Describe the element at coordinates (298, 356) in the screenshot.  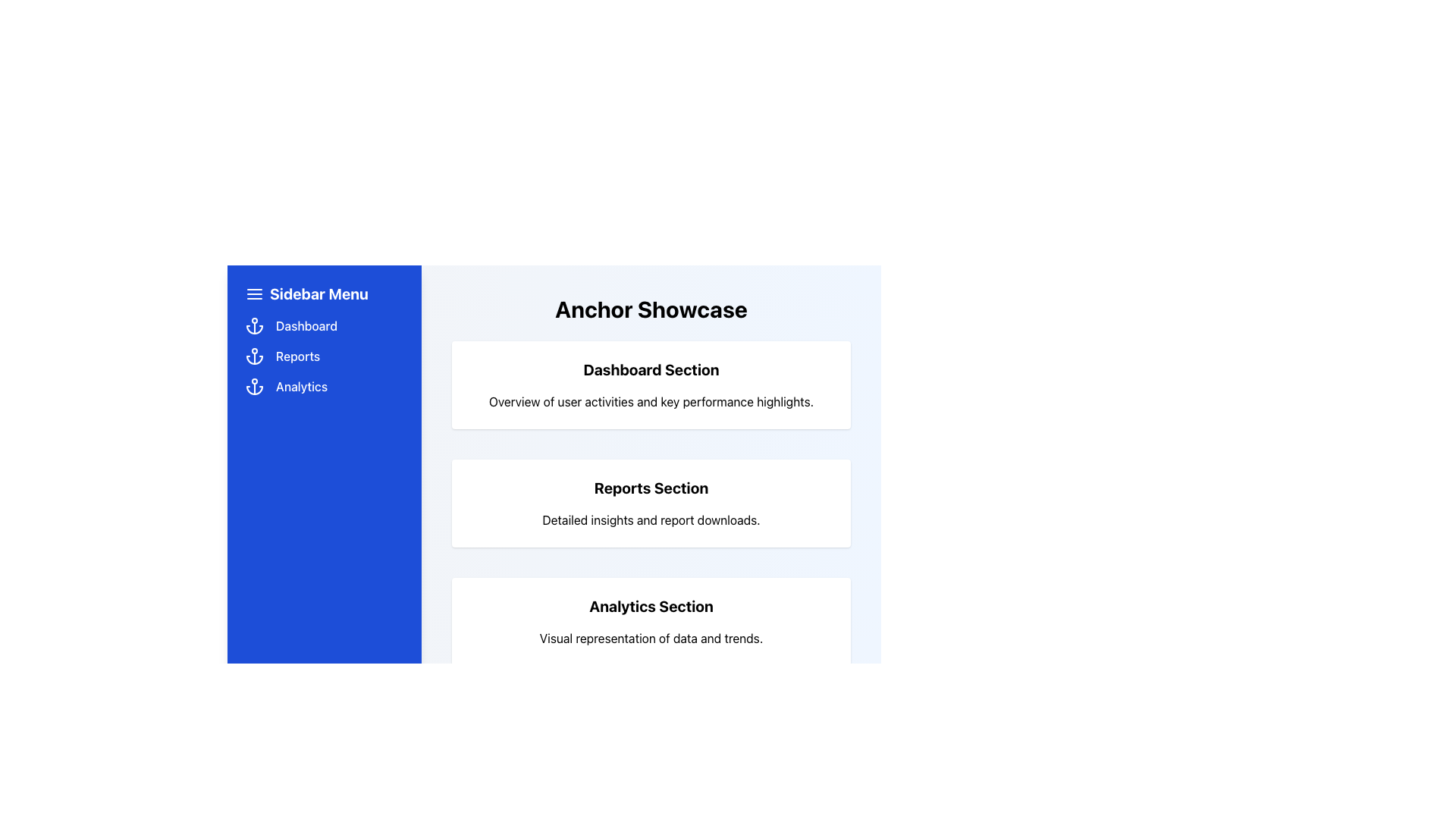
I see `the 'Reports' hyperlink located in the sidebar, which is the second item in the vertical list of links` at that location.